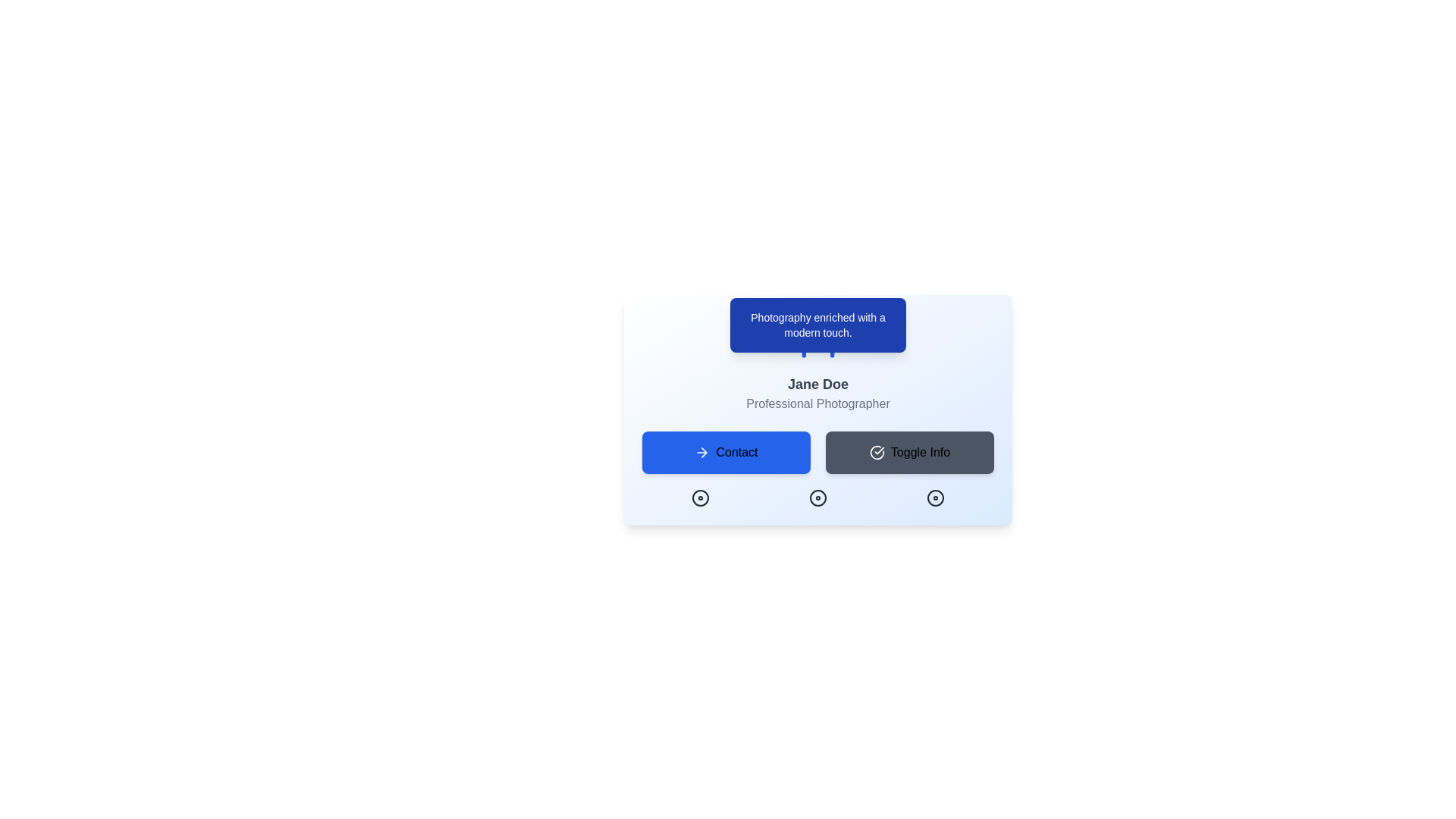  What do you see at coordinates (701, 452) in the screenshot?
I see `the rightward-pointing arrow icon inside the blue 'Contact' button, which indicates a directional prompt` at bounding box center [701, 452].